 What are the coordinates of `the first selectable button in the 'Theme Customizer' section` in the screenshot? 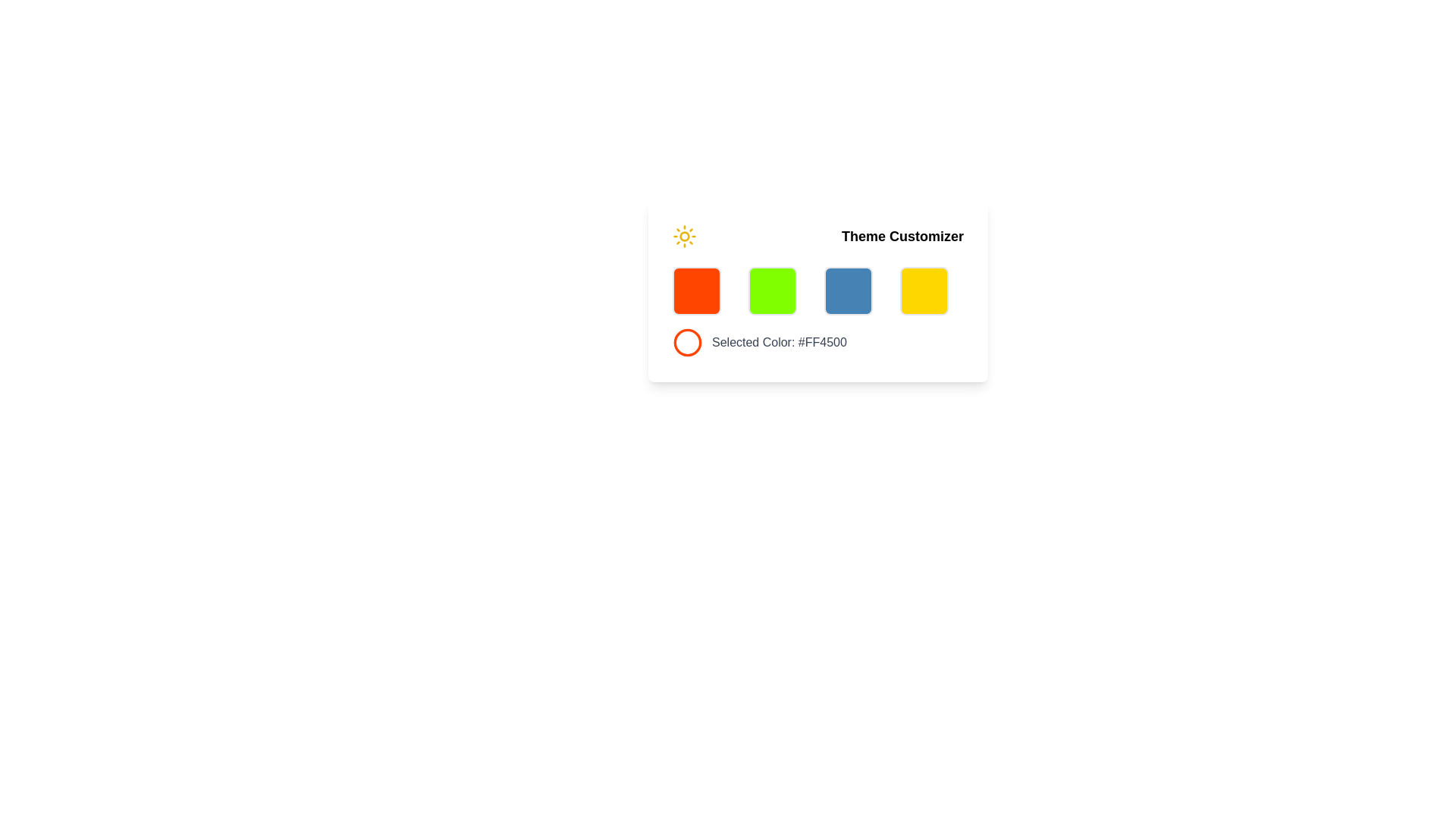 It's located at (695, 291).